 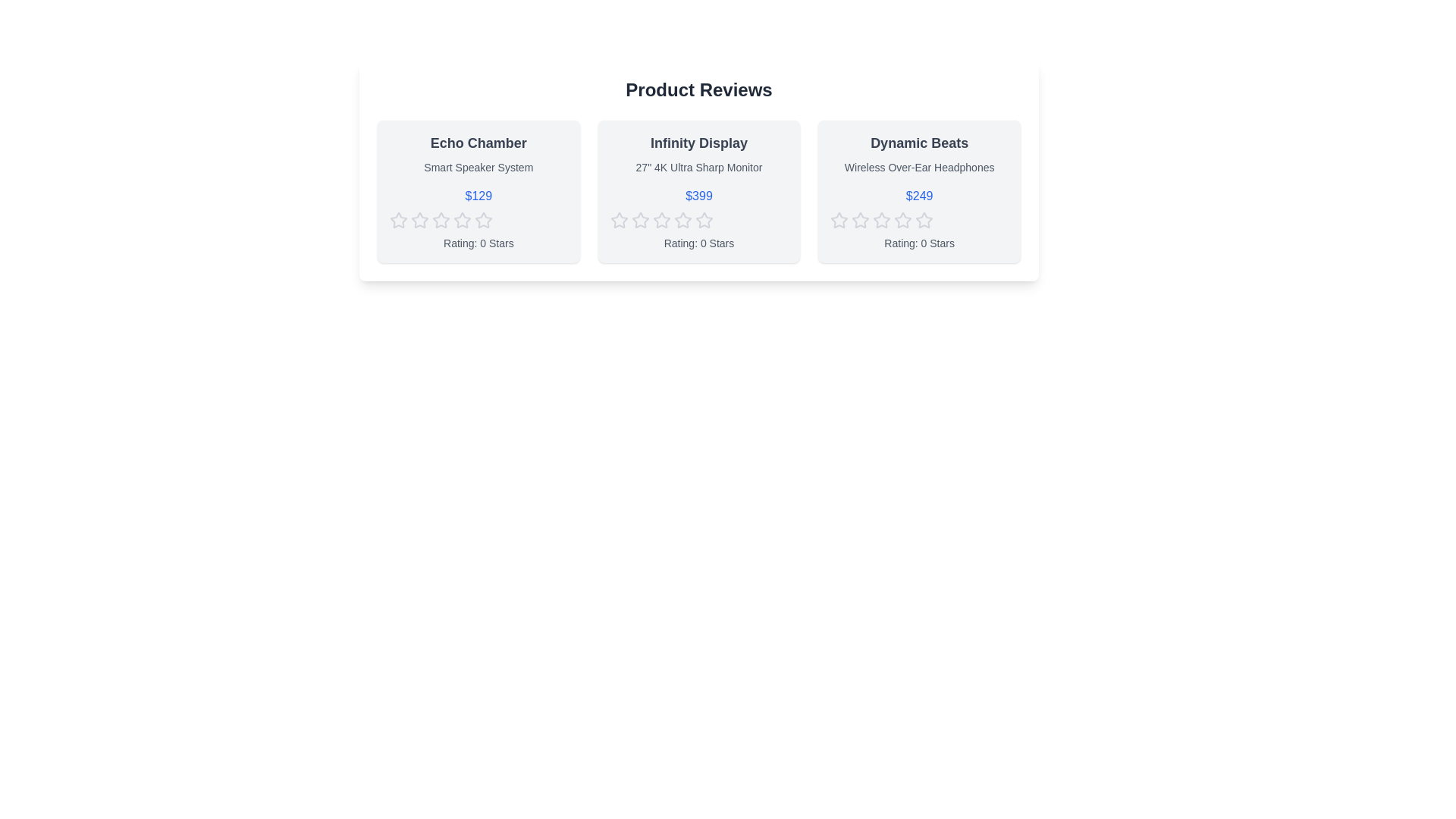 I want to click on the second star icon in the row of five stars to rate the product 'Echo Chamber', so click(x=461, y=220).